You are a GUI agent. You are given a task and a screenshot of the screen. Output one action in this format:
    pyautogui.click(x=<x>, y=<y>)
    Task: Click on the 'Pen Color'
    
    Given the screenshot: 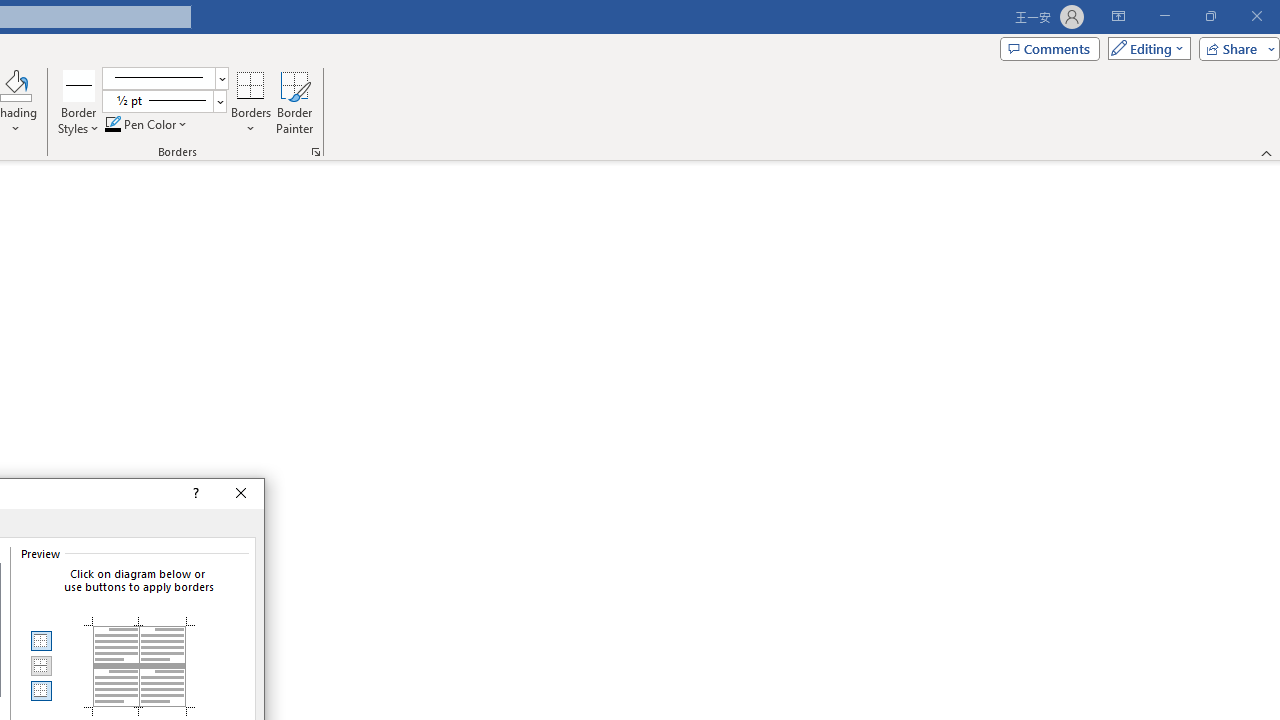 What is the action you would take?
    pyautogui.click(x=146, y=124)
    